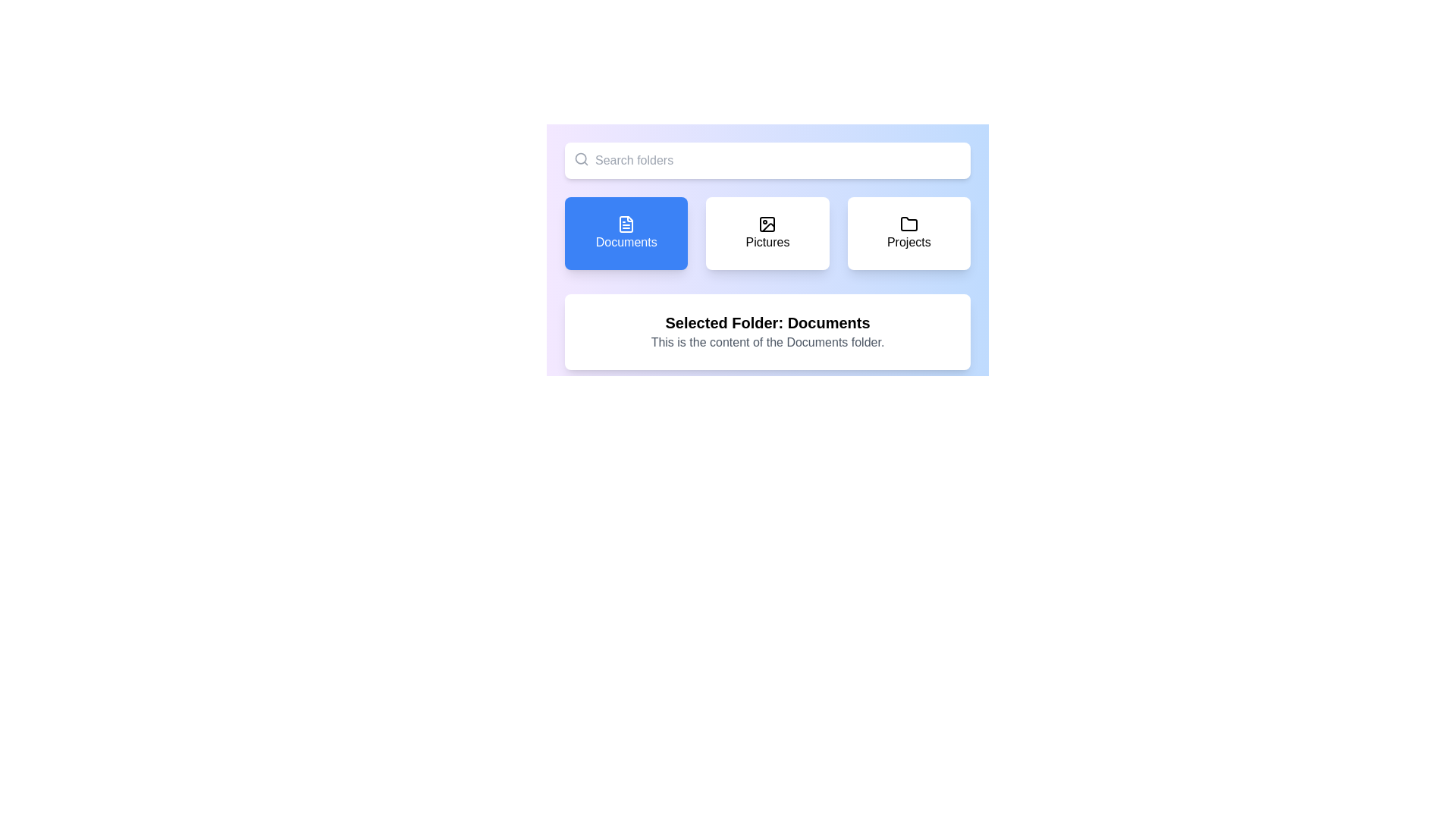 Image resolution: width=1456 pixels, height=819 pixels. What do you see at coordinates (581, 158) in the screenshot?
I see `the search functionality icon located on the left side of the search bar input field` at bounding box center [581, 158].